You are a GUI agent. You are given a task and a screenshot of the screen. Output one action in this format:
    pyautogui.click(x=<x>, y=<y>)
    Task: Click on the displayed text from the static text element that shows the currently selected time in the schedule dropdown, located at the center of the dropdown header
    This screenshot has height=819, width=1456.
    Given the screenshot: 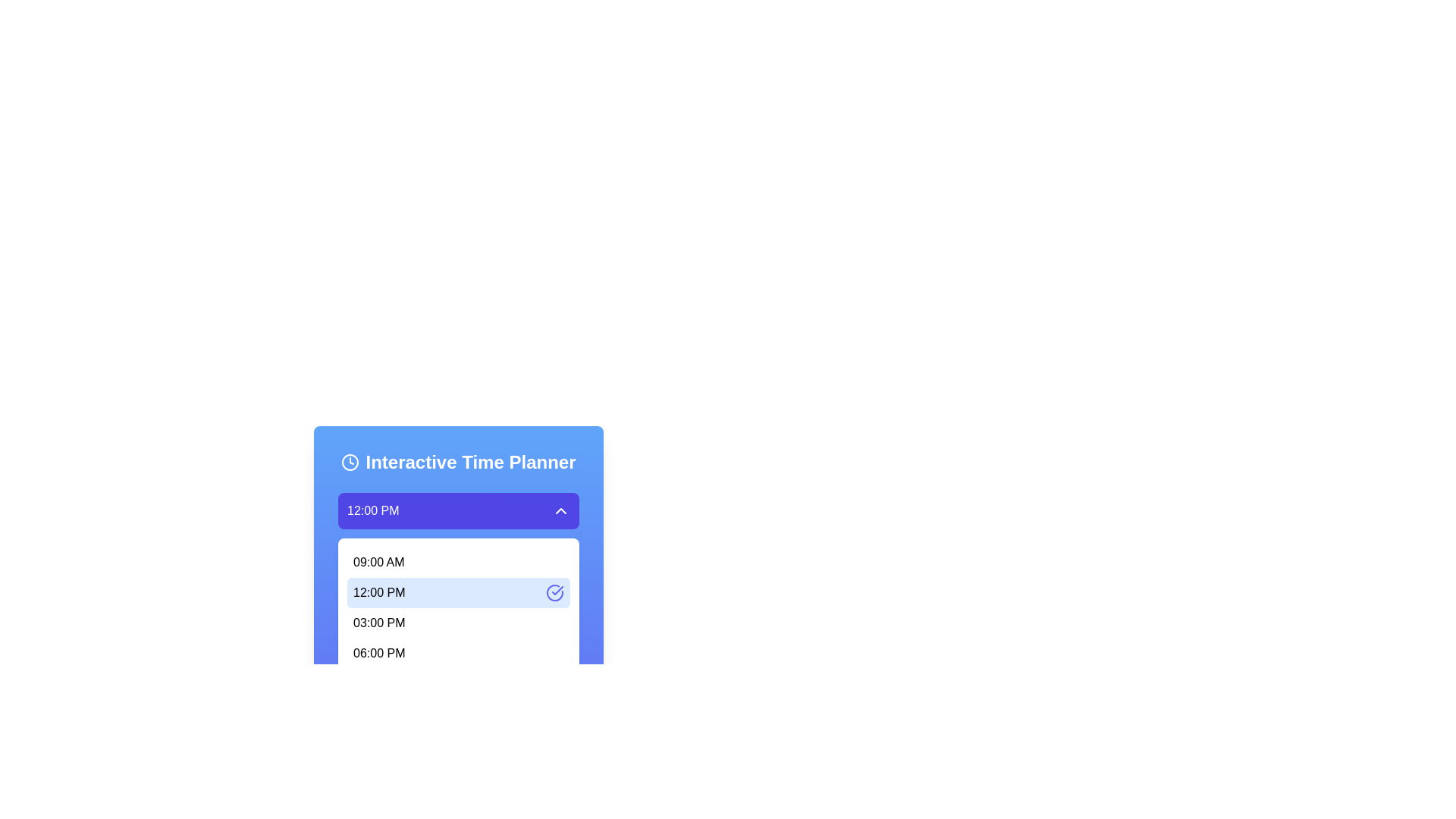 What is the action you would take?
    pyautogui.click(x=373, y=511)
    